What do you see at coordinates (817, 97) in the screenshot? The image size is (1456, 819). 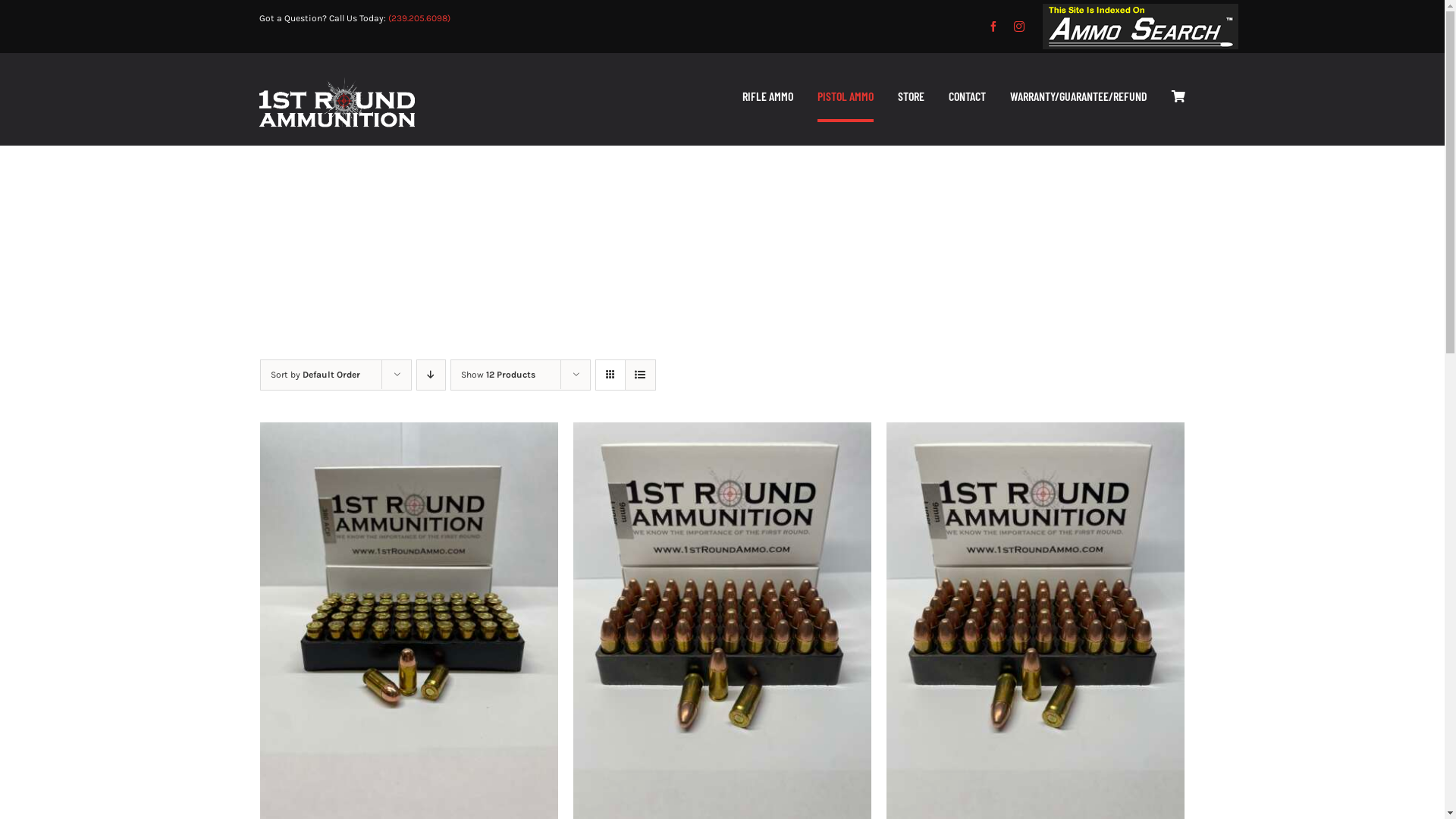 I see `'PISTOL AMMO'` at bounding box center [817, 97].